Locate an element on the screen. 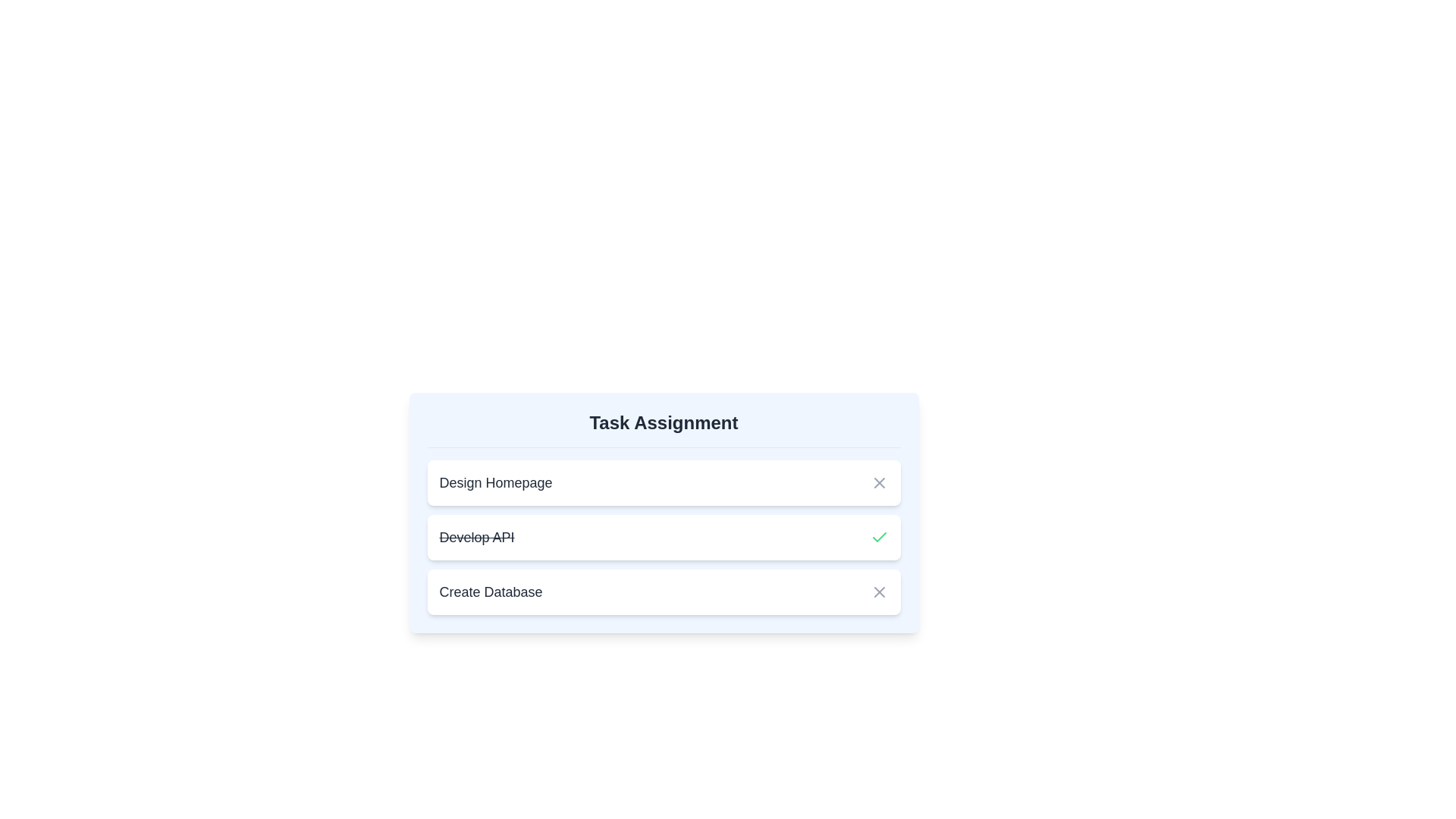 The image size is (1456, 819). the 'X' icon located at the far right of the 'Create Database' task row is located at coordinates (879, 591).